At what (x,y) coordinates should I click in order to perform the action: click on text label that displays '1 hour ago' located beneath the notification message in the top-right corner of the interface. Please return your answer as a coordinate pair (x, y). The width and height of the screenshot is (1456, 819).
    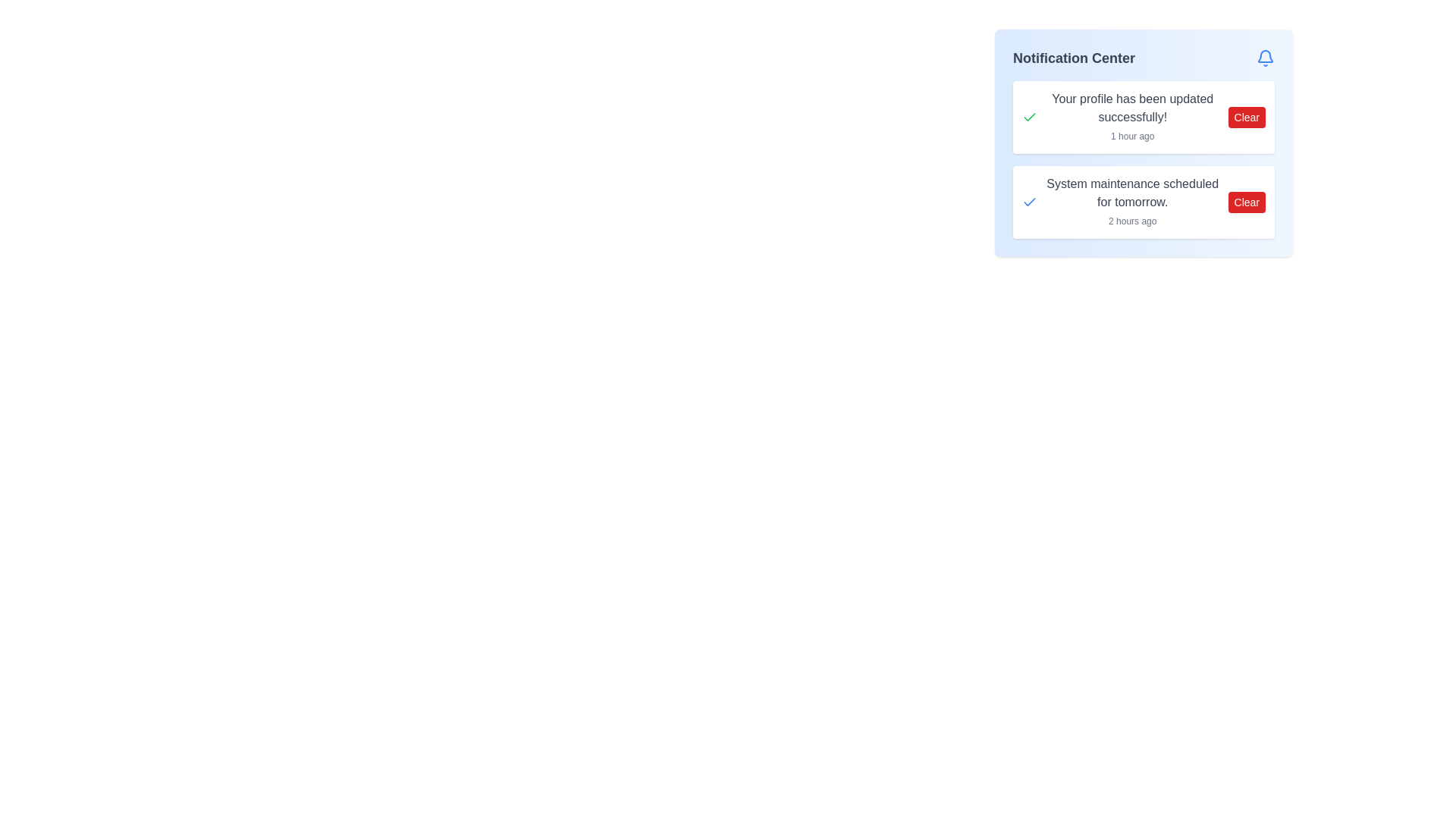
    Looking at the image, I should click on (1132, 136).